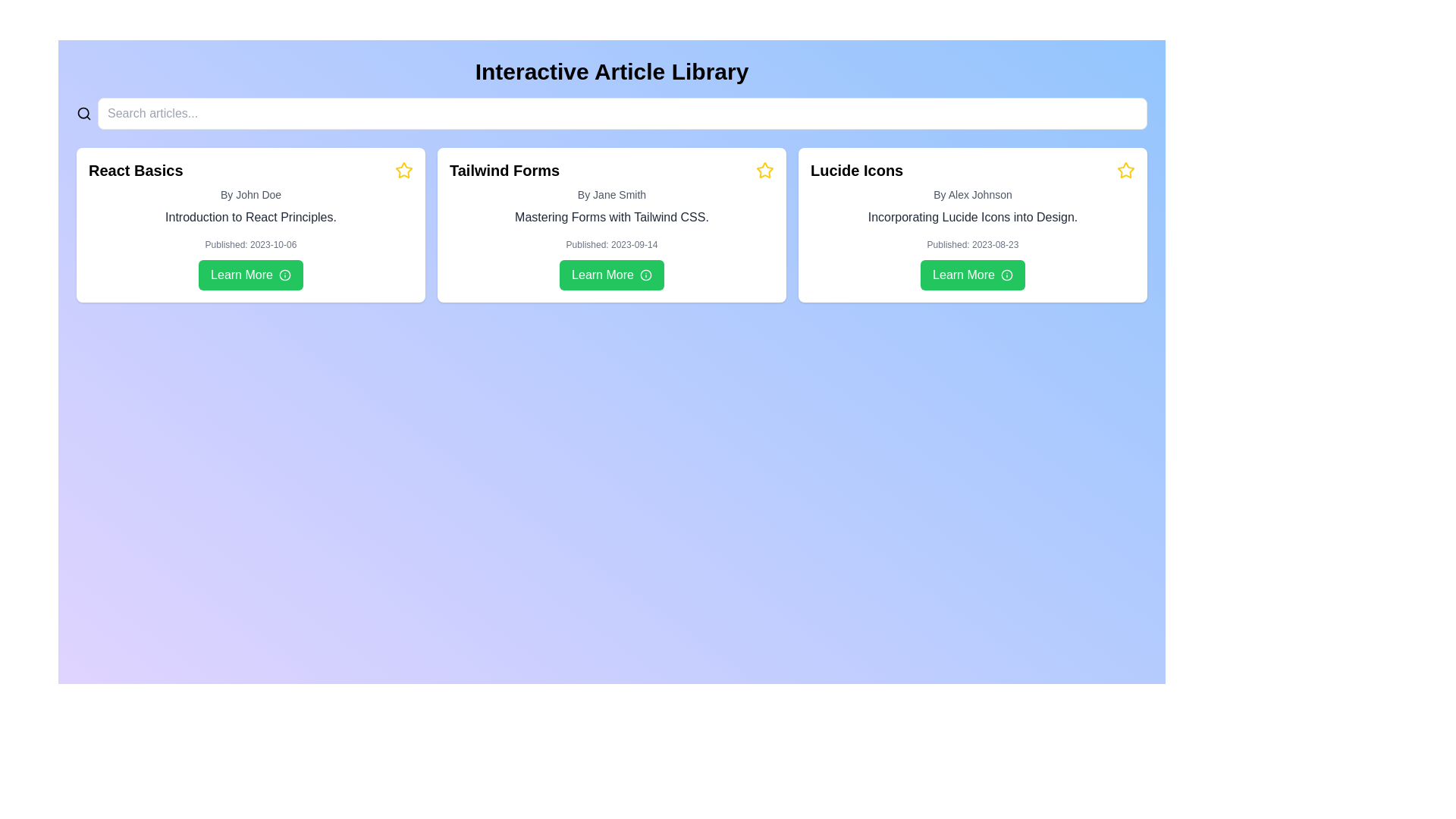 The image size is (1456, 819). What do you see at coordinates (136, 170) in the screenshot?
I see `the 'React Basics' text label located in the top section of the leftmost article card, which is visually distinguished by its bold and larger font style, if it is interactive` at bounding box center [136, 170].